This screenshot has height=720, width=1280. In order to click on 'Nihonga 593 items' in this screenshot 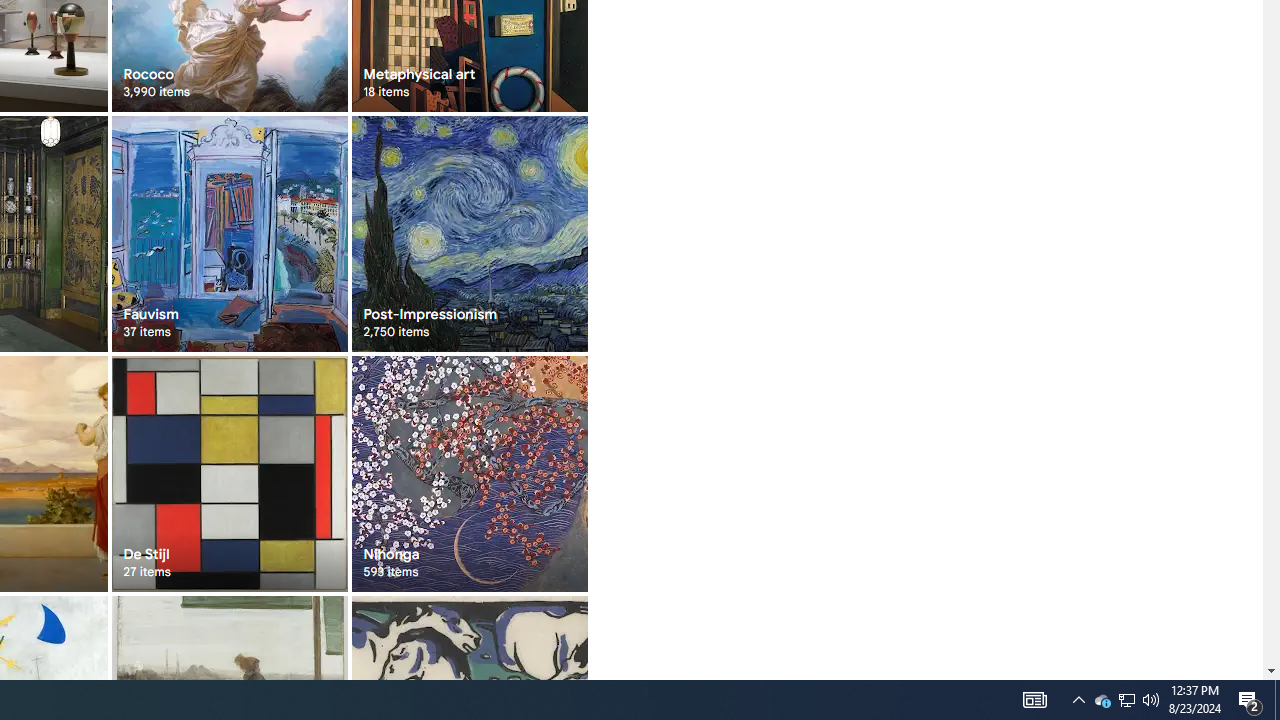, I will do `click(468, 473)`.